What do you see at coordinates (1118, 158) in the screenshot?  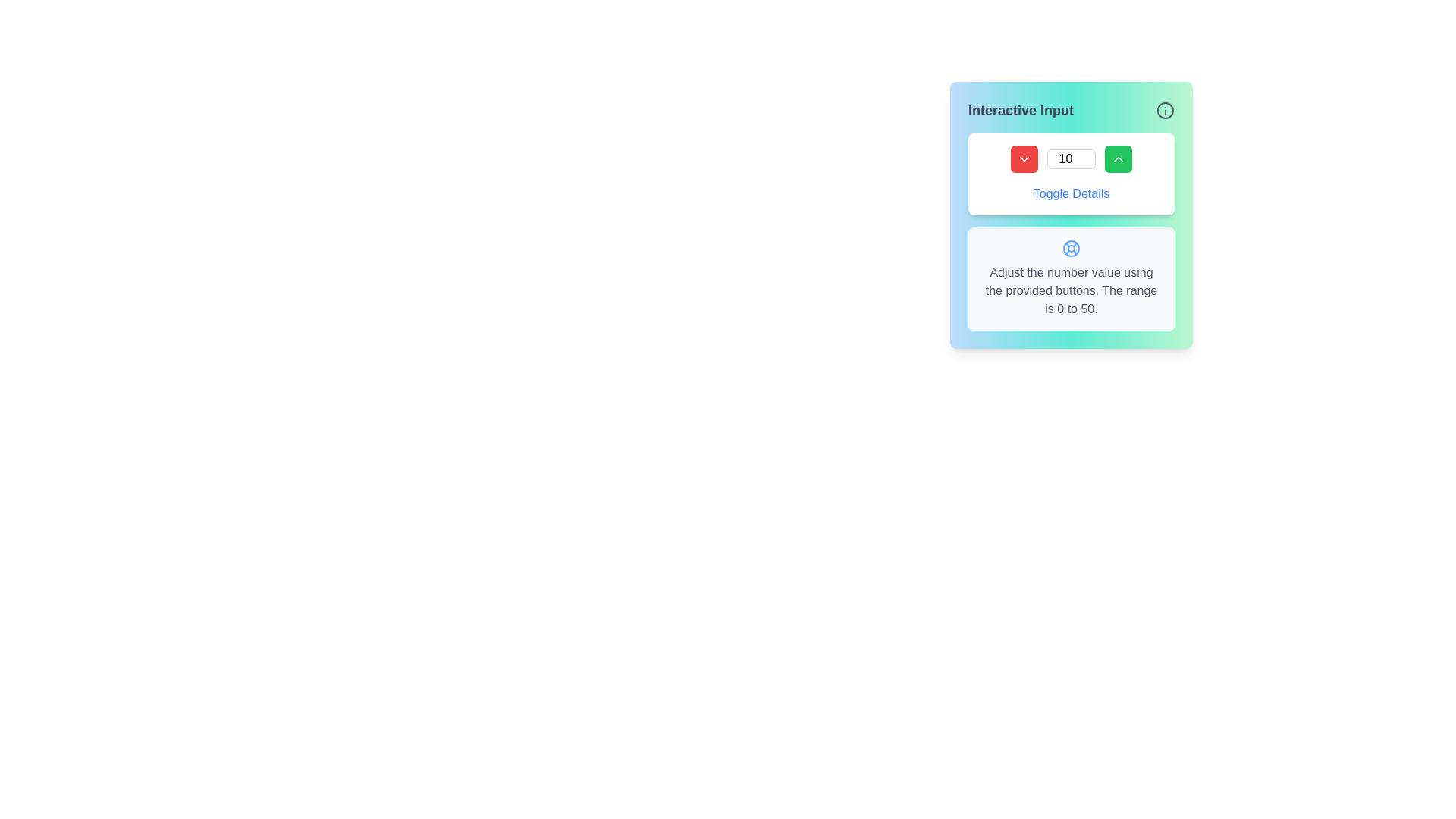 I see `the square button with a green background and white text, which features an upward-pointing chevron icon, to change its appearance` at bounding box center [1118, 158].